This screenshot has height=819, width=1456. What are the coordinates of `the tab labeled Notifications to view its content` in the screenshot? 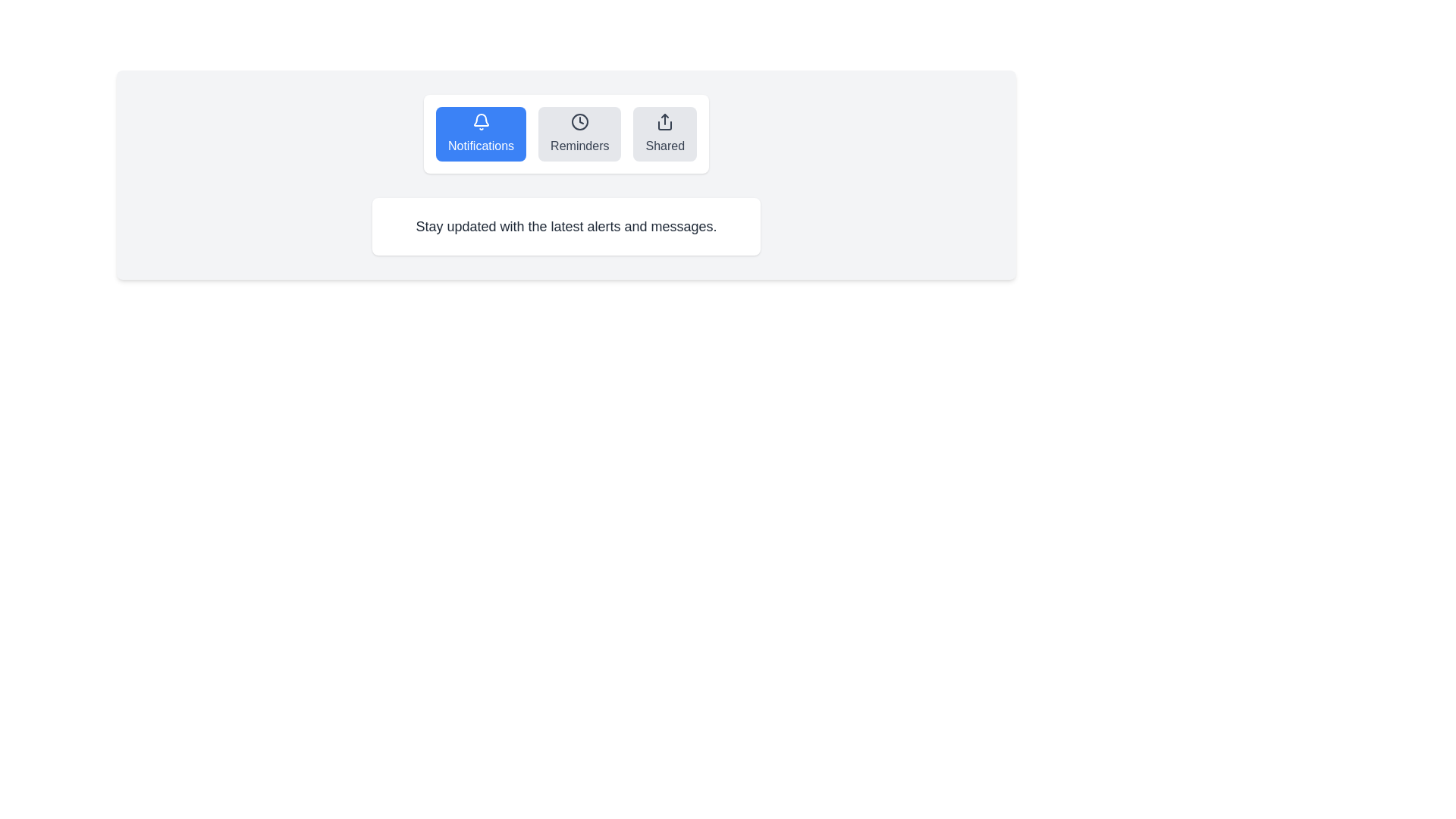 It's located at (480, 133).